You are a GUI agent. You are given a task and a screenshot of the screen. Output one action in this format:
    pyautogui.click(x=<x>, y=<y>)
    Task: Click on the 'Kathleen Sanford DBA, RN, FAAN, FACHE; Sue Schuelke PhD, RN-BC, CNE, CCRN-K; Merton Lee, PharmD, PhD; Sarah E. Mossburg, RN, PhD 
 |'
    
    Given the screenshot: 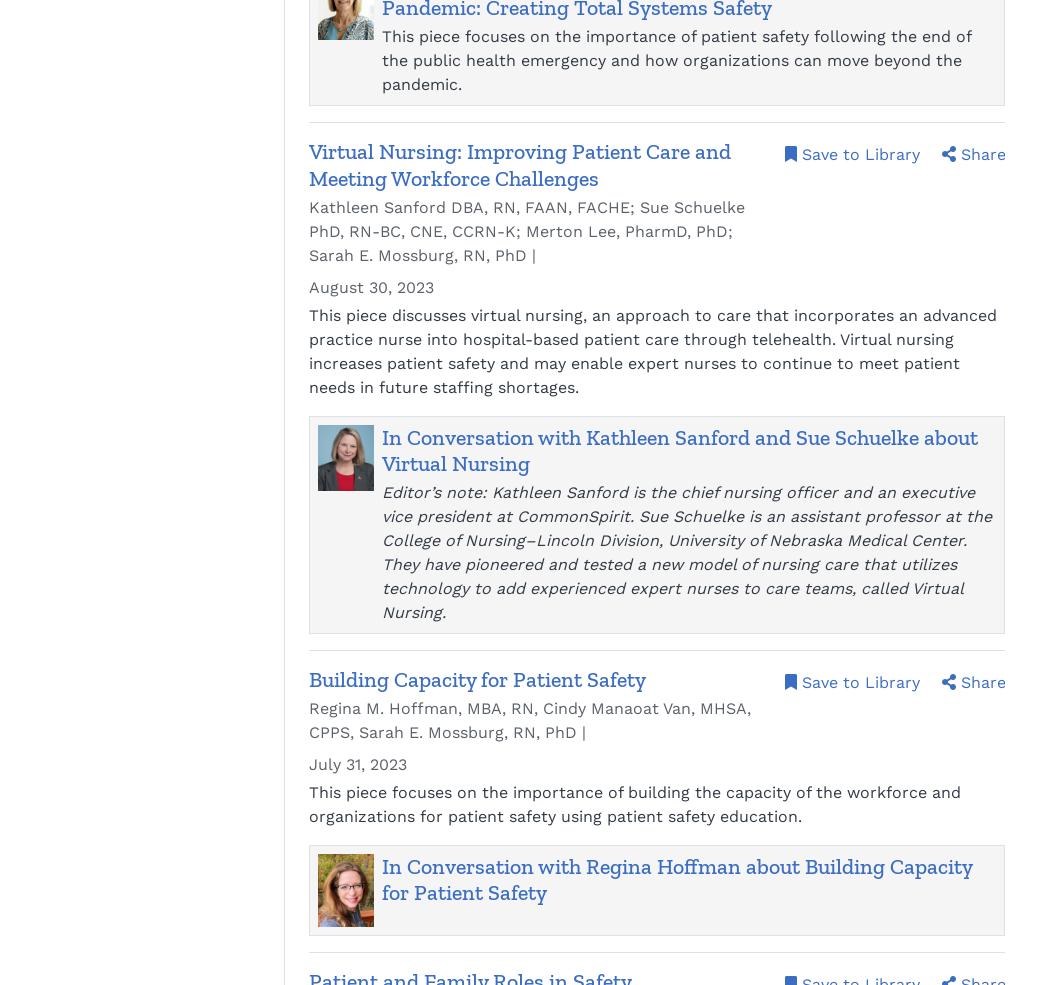 What is the action you would take?
    pyautogui.click(x=526, y=229)
    